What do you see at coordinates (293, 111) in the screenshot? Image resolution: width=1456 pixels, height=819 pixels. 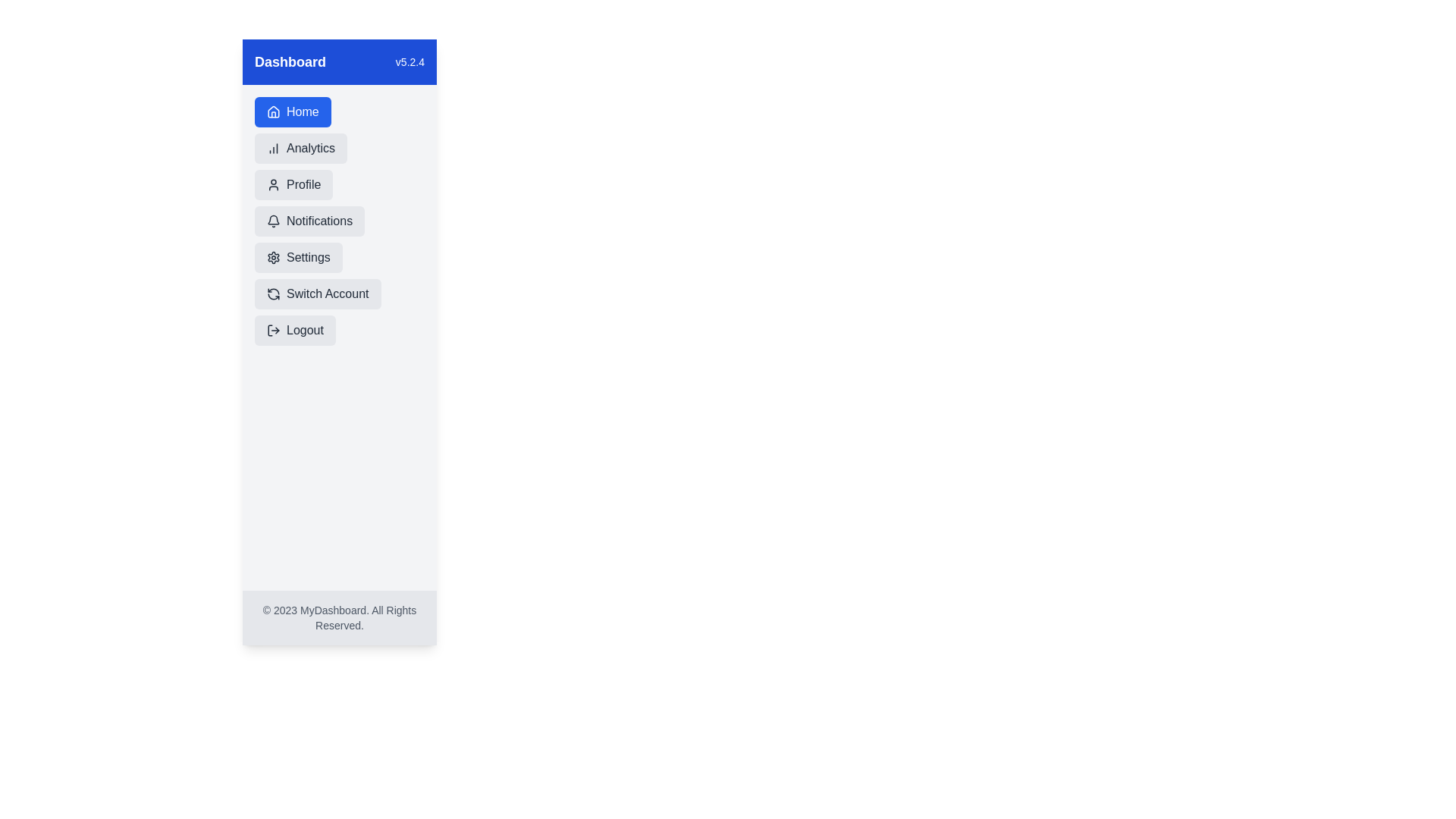 I see `the navigation button located at the top of the left sidebar` at bounding box center [293, 111].